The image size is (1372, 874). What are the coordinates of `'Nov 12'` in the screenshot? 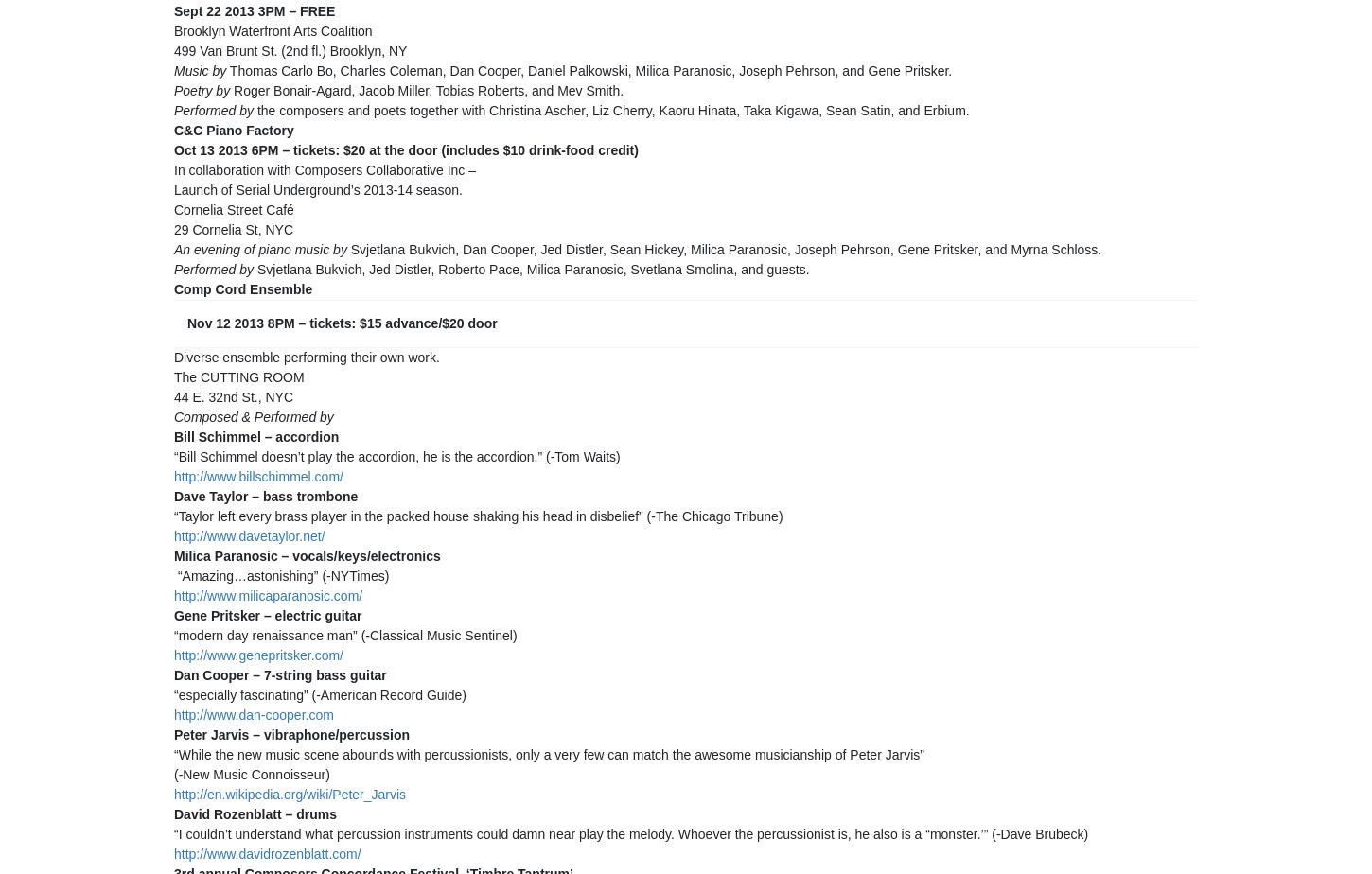 It's located at (207, 323).